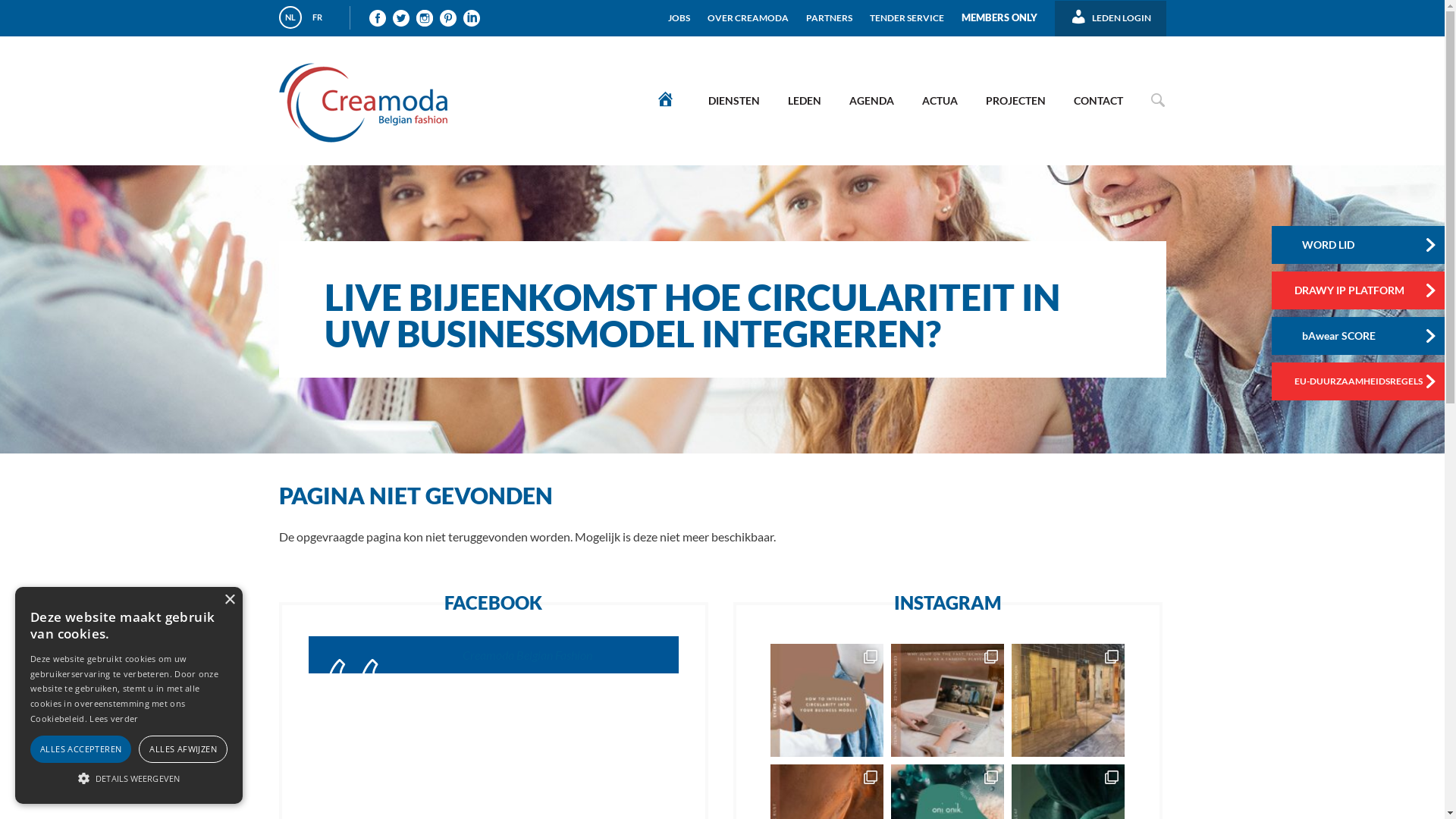  I want to click on 'AGENDA', so click(871, 100).